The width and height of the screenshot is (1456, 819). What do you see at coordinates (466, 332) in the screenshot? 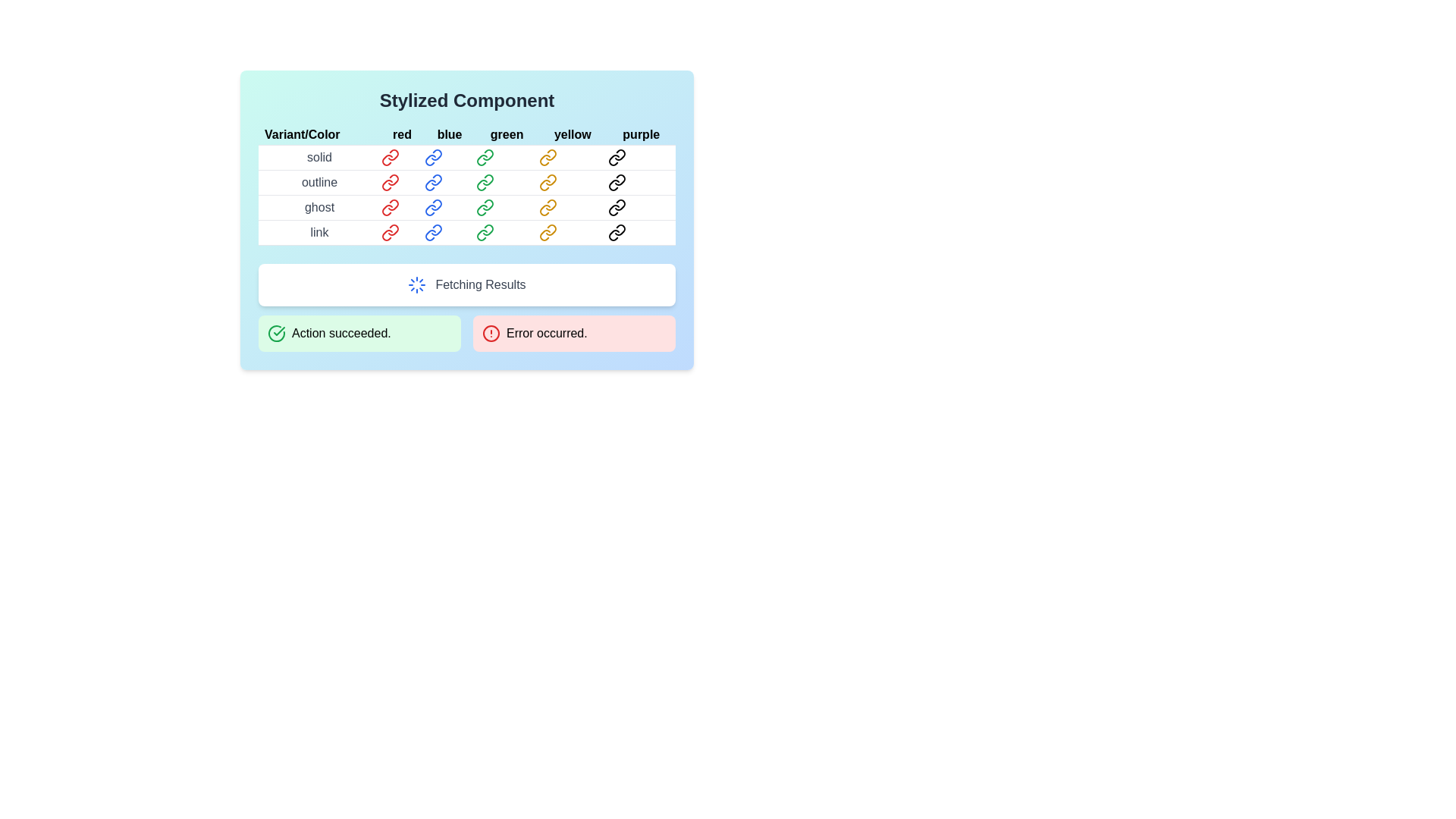
I see `the horizontally aligned grid containing styled status messages, which features a green section stating 'Action succeeded.' and a red section stating 'Error occurred.'` at bounding box center [466, 332].